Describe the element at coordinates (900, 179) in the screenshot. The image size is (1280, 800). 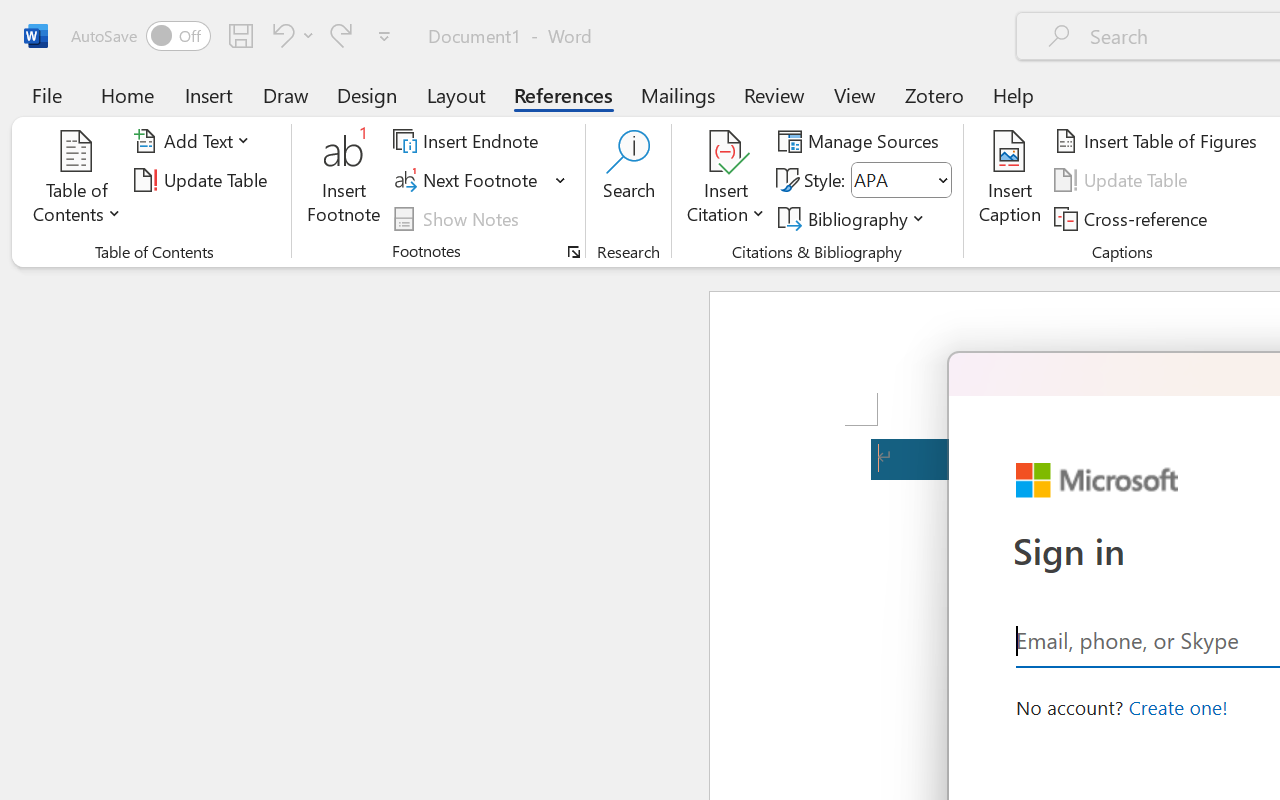
I see `'Style'` at that location.